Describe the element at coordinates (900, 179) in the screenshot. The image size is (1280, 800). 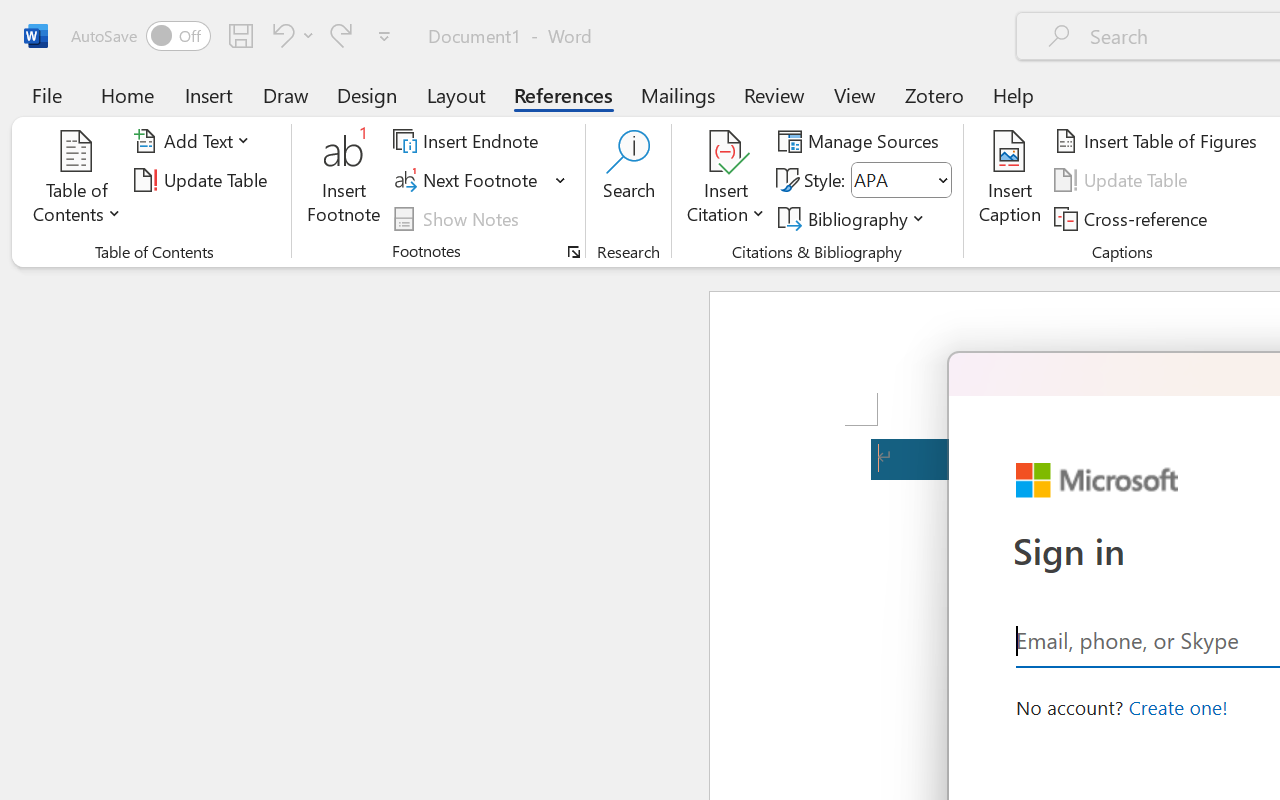
I see `'Style'` at that location.